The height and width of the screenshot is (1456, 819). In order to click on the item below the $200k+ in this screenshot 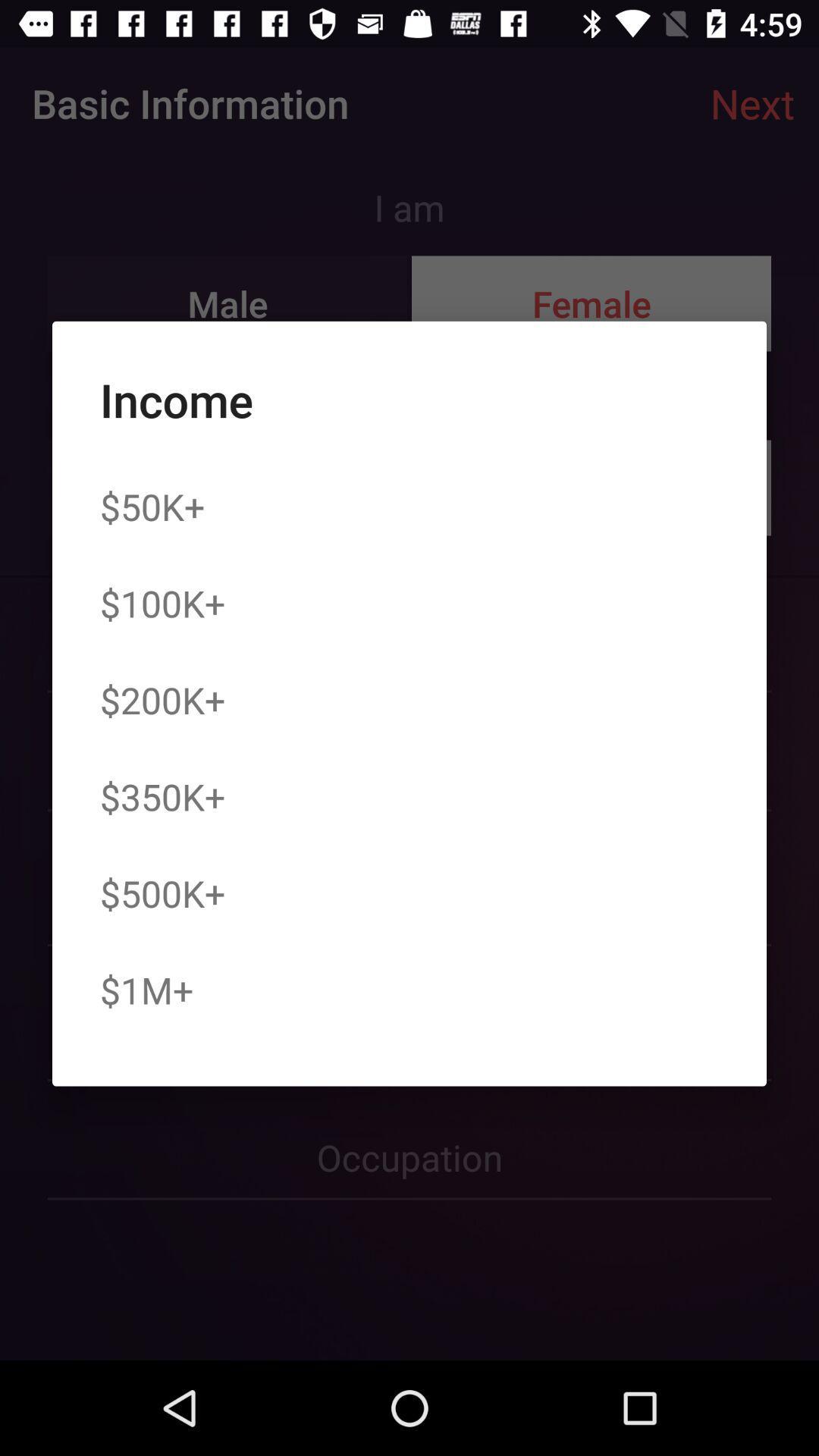, I will do `click(162, 795)`.